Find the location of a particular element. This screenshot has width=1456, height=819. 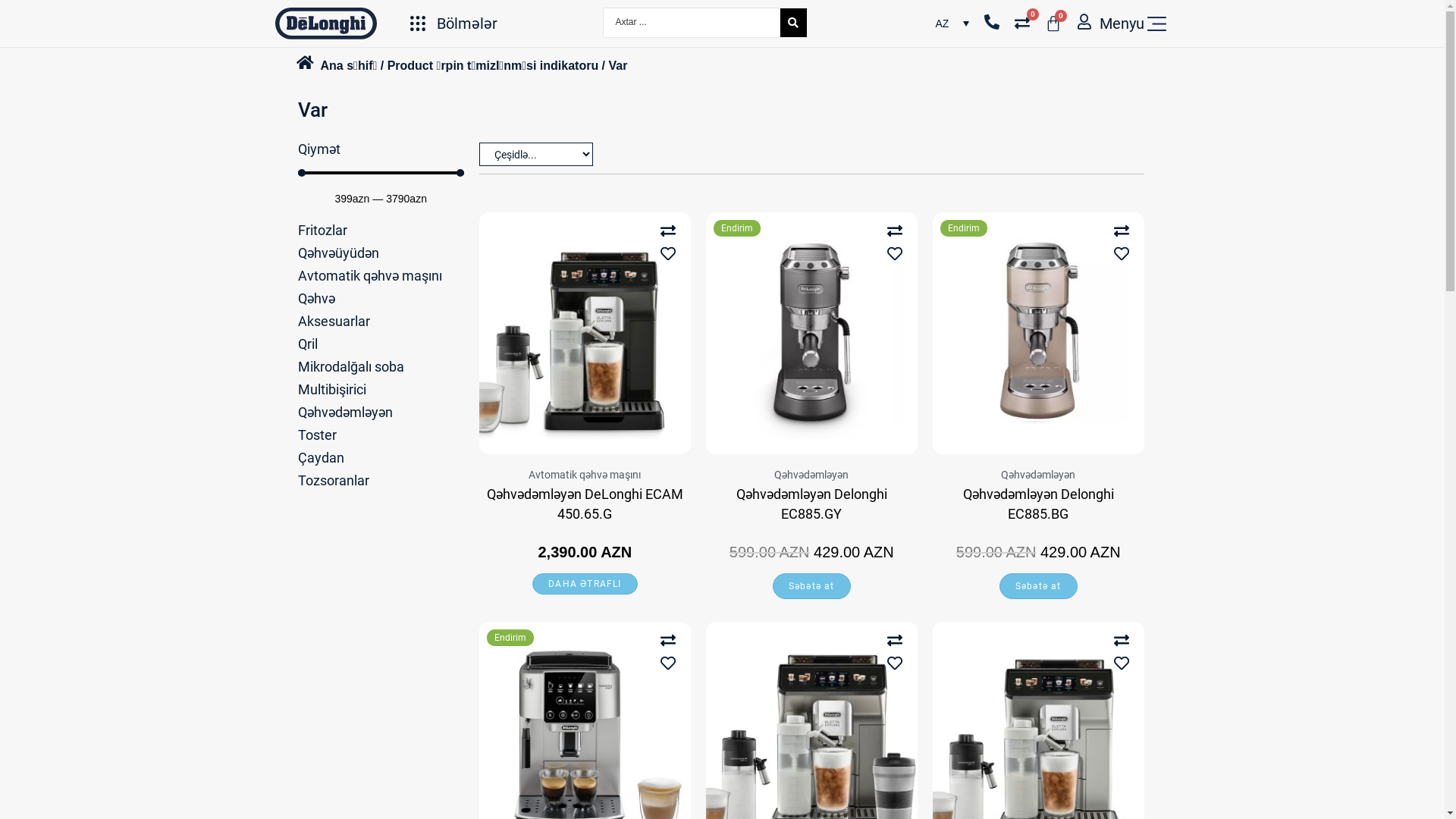

'Qril' is located at coordinates (306, 344).